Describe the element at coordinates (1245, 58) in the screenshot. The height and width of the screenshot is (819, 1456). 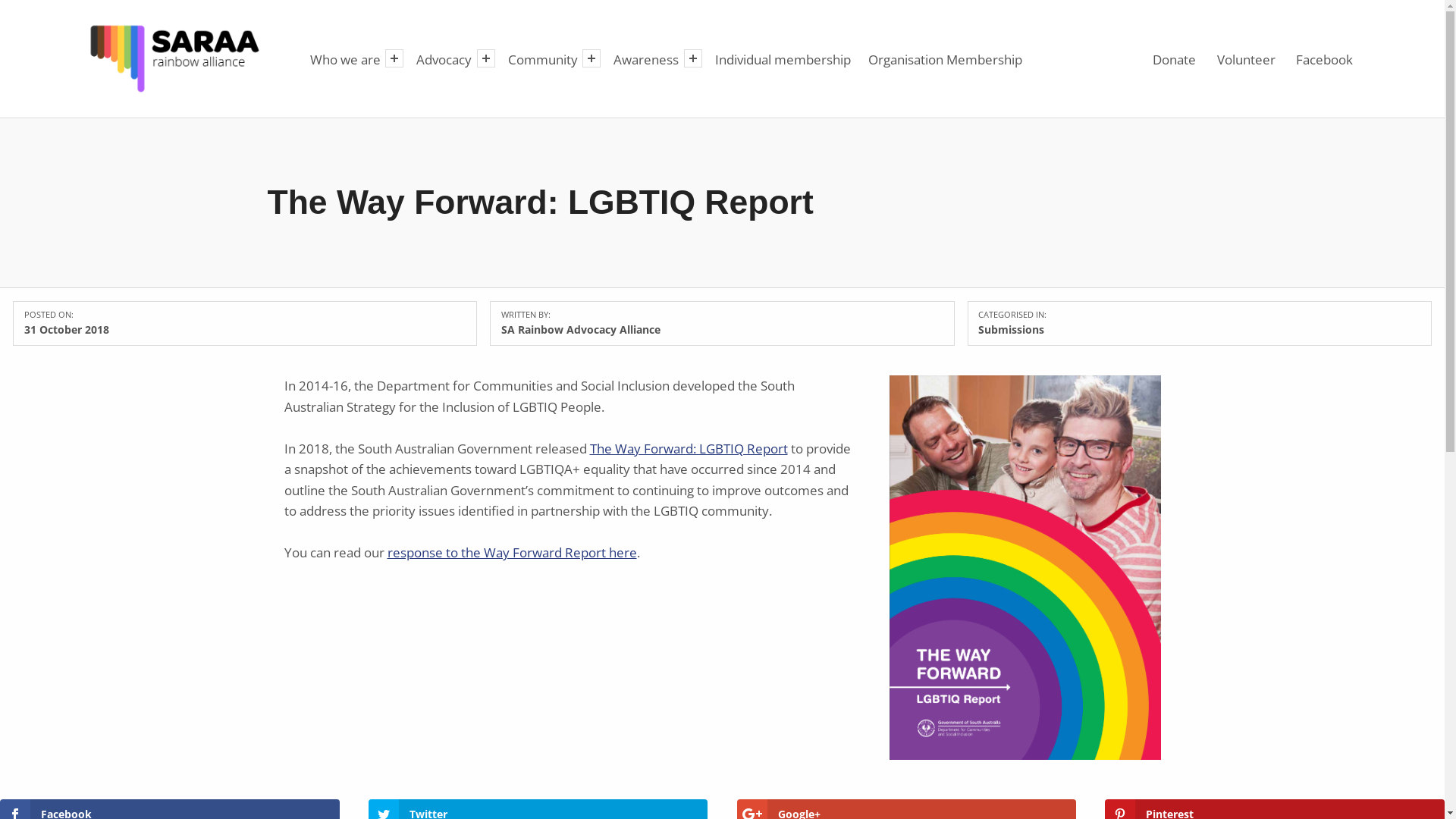
I see `'Volunteer'` at that location.